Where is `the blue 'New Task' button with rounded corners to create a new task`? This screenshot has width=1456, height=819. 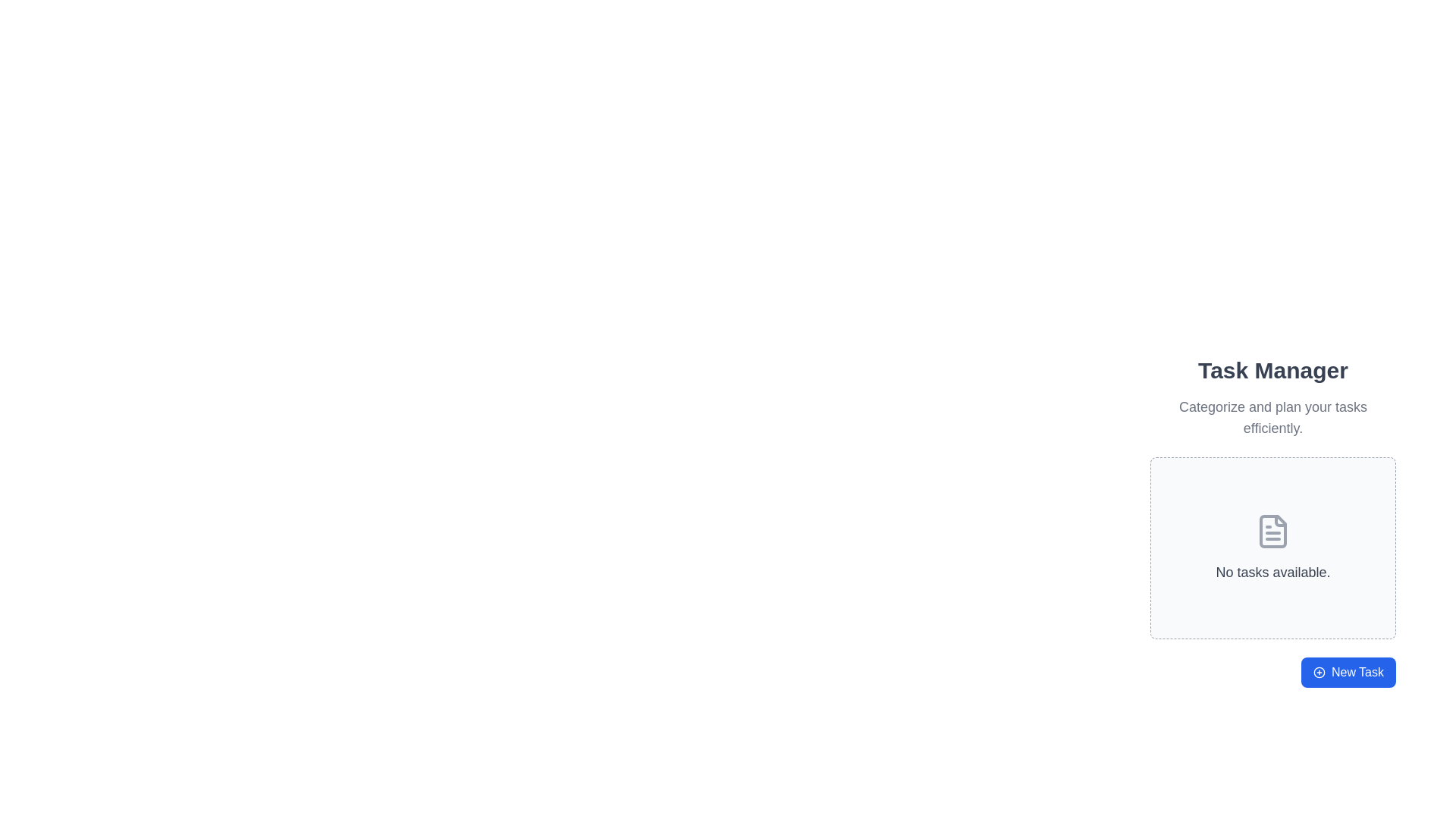
the blue 'New Task' button with rounded corners to create a new task is located at coordinates (1348, 672).